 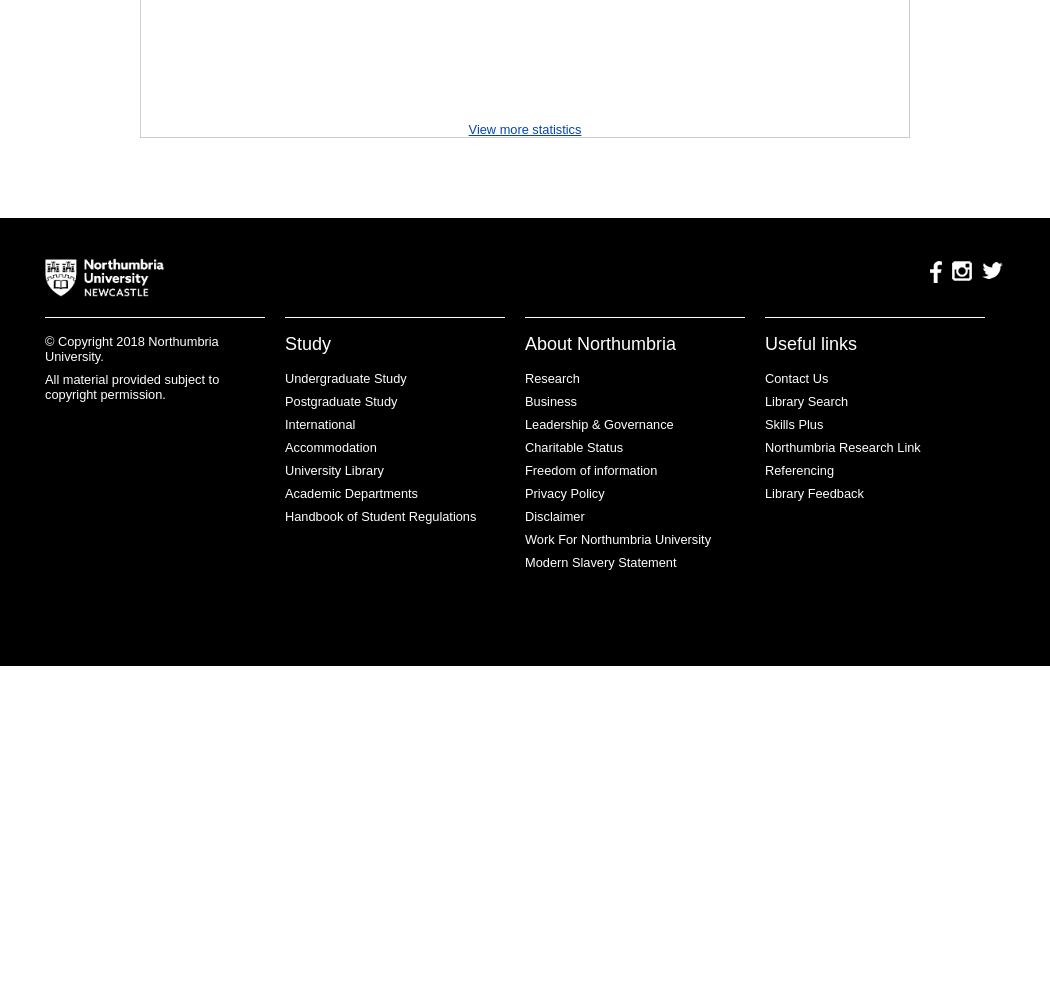 I want to click on 'Research', so click(x=551, y=378).